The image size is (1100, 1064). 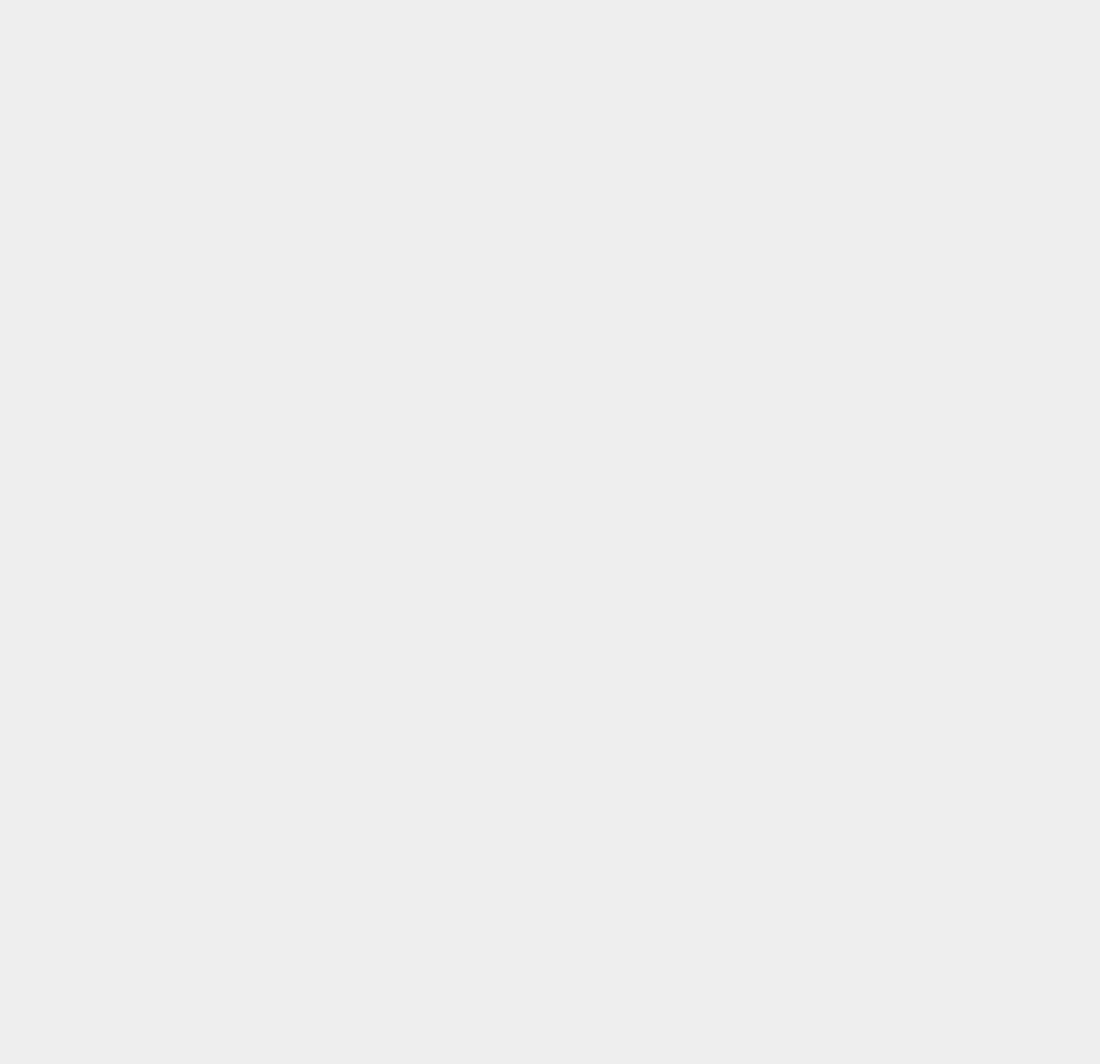 I want to click on 'Torrent', so click(x=800, y=779).